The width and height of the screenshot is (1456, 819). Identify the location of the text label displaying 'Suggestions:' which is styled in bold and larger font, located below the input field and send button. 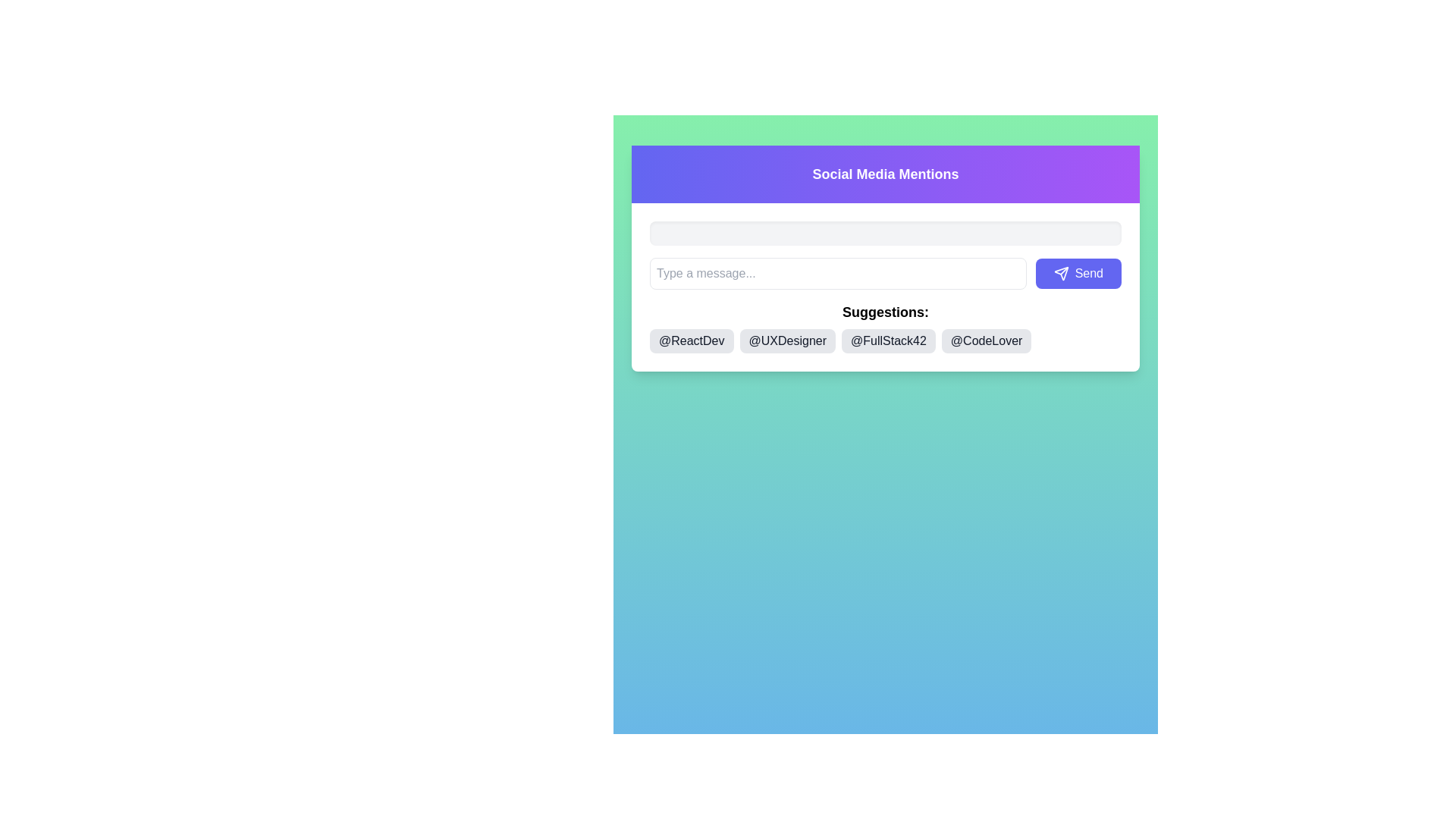
(885, 312).